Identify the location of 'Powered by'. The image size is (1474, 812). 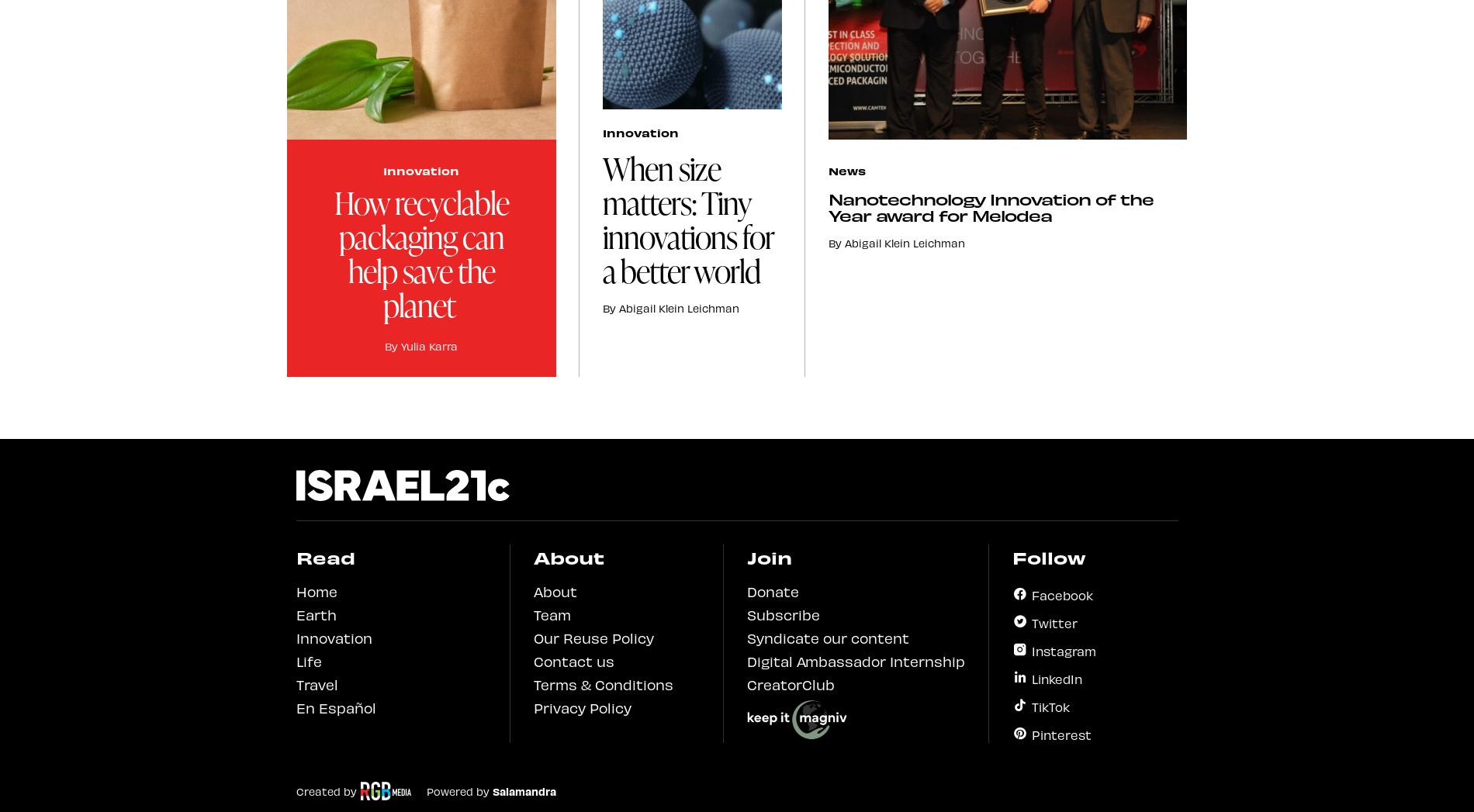
(458, 790).